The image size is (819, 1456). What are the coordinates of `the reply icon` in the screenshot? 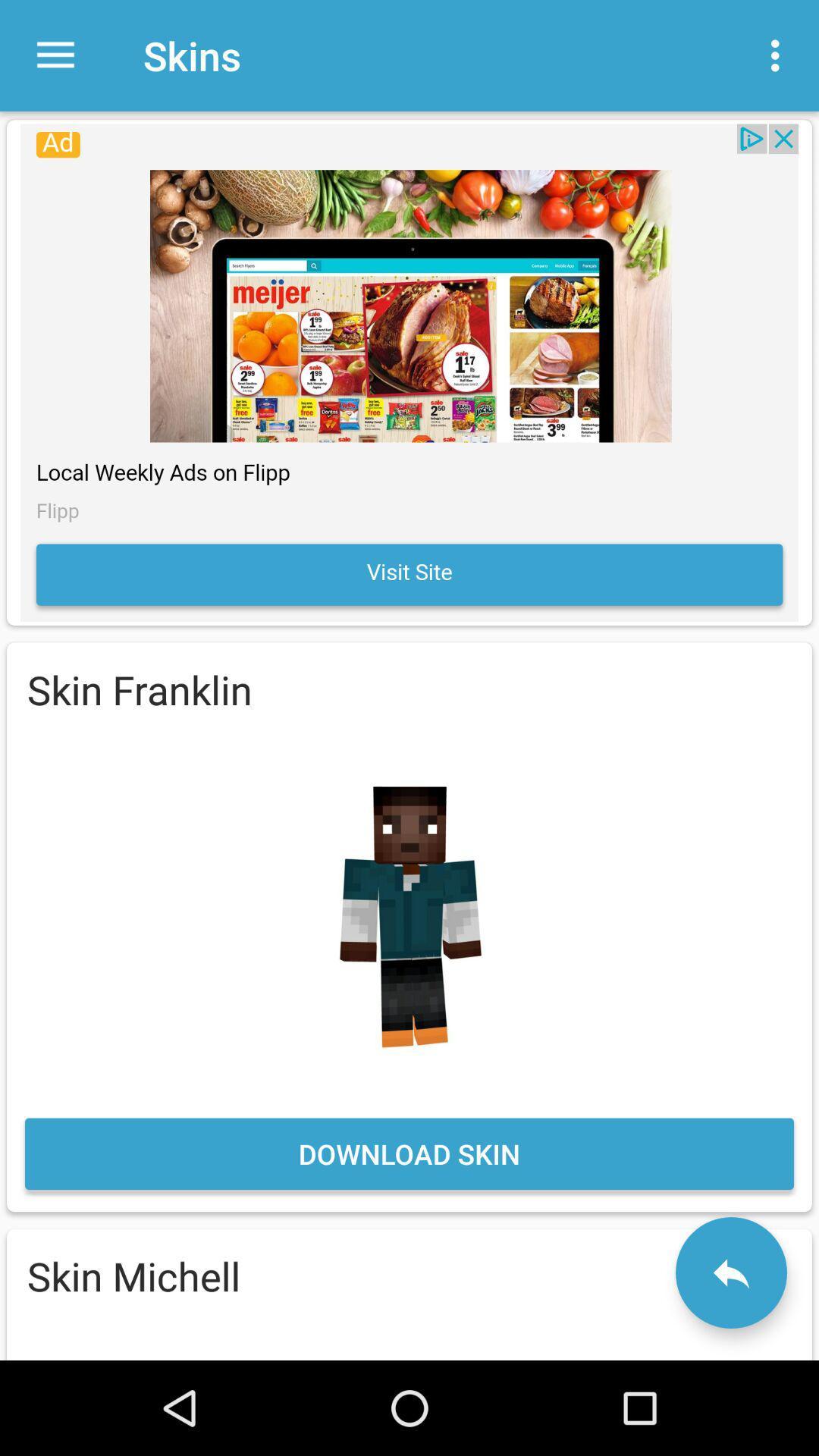 It's located at (730, 1272).